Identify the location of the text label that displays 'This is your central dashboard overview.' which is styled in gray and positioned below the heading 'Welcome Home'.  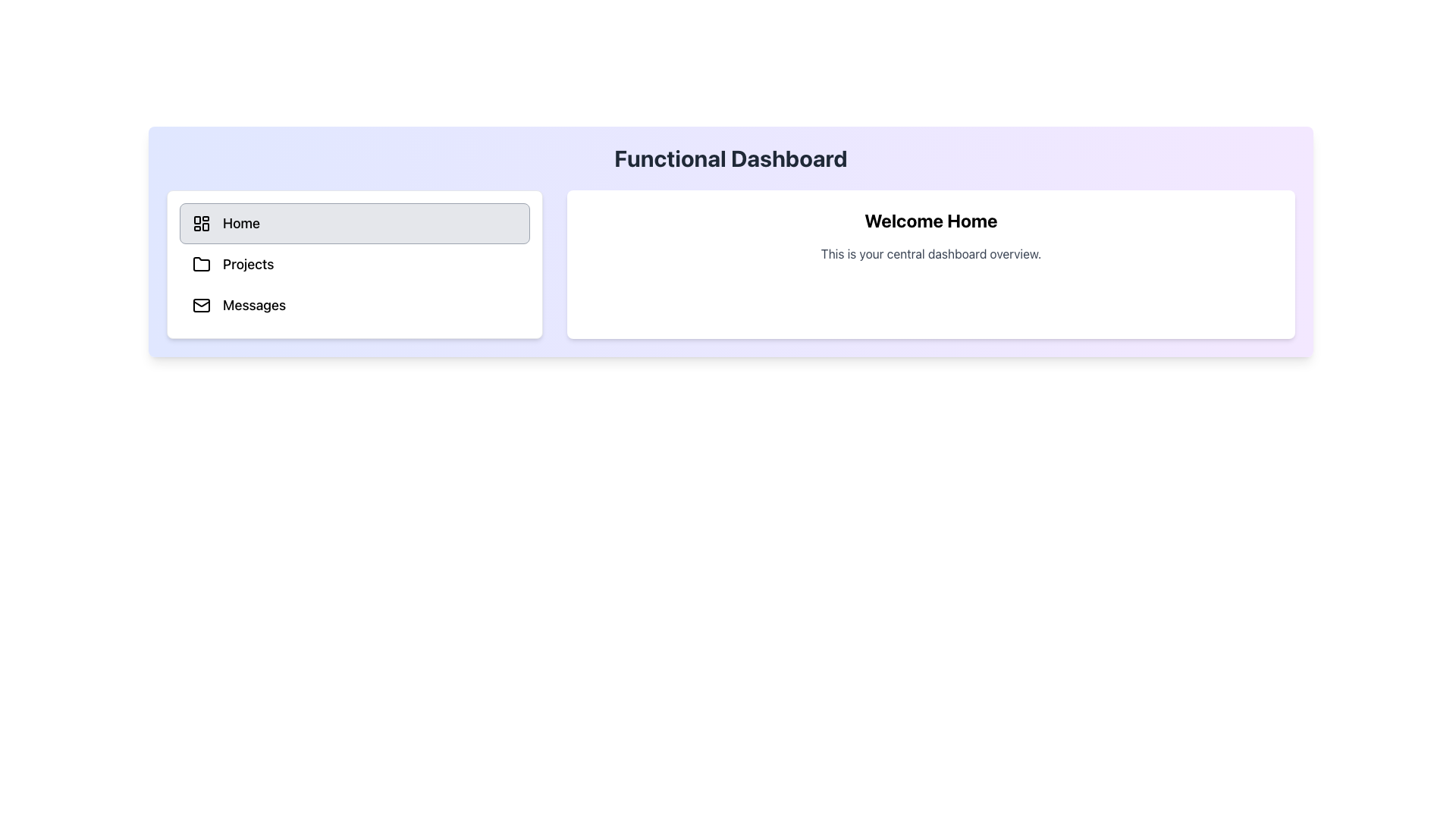
(930, 253).